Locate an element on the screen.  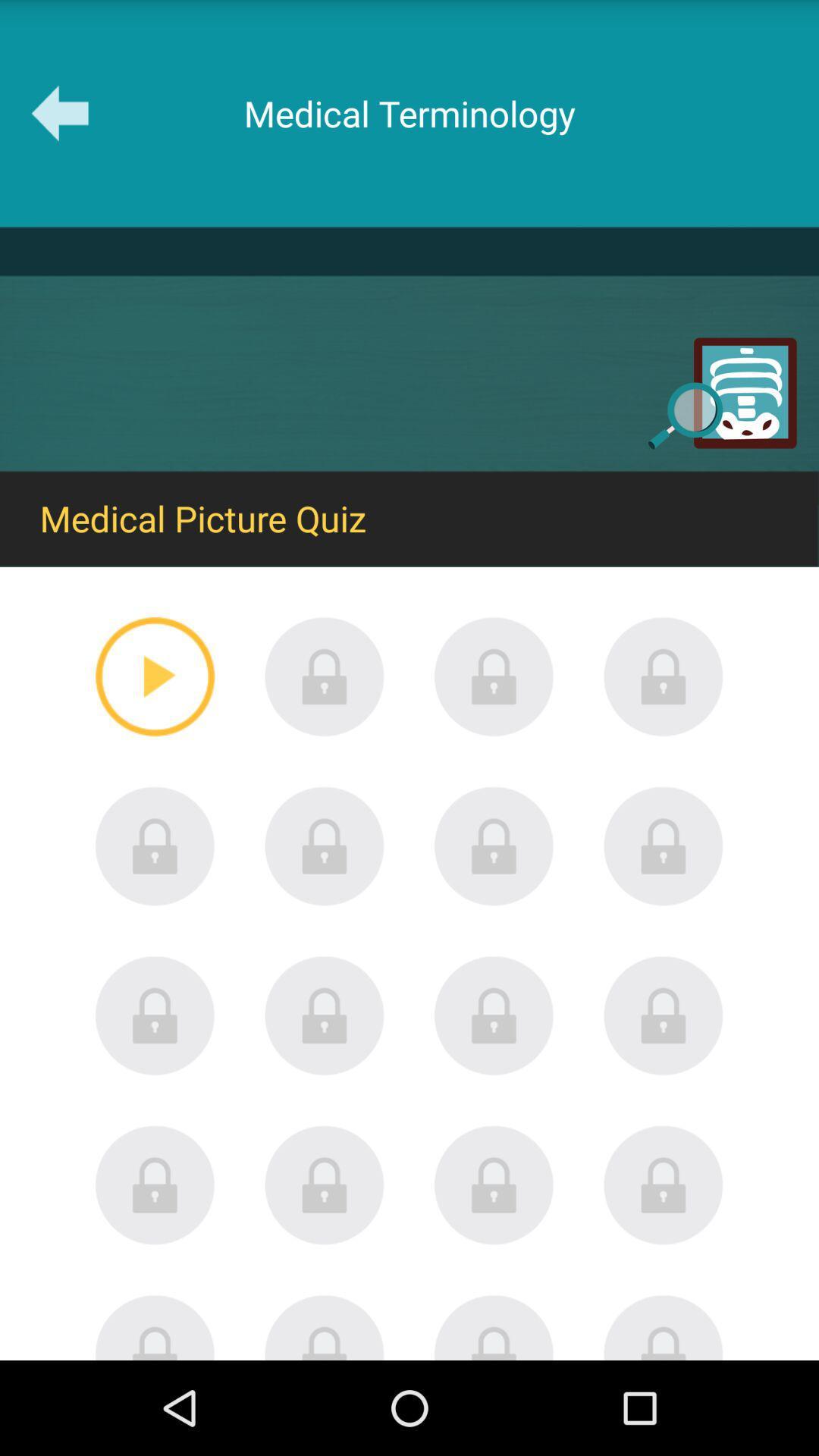
it is locked is located at coordinates (494, 1326).